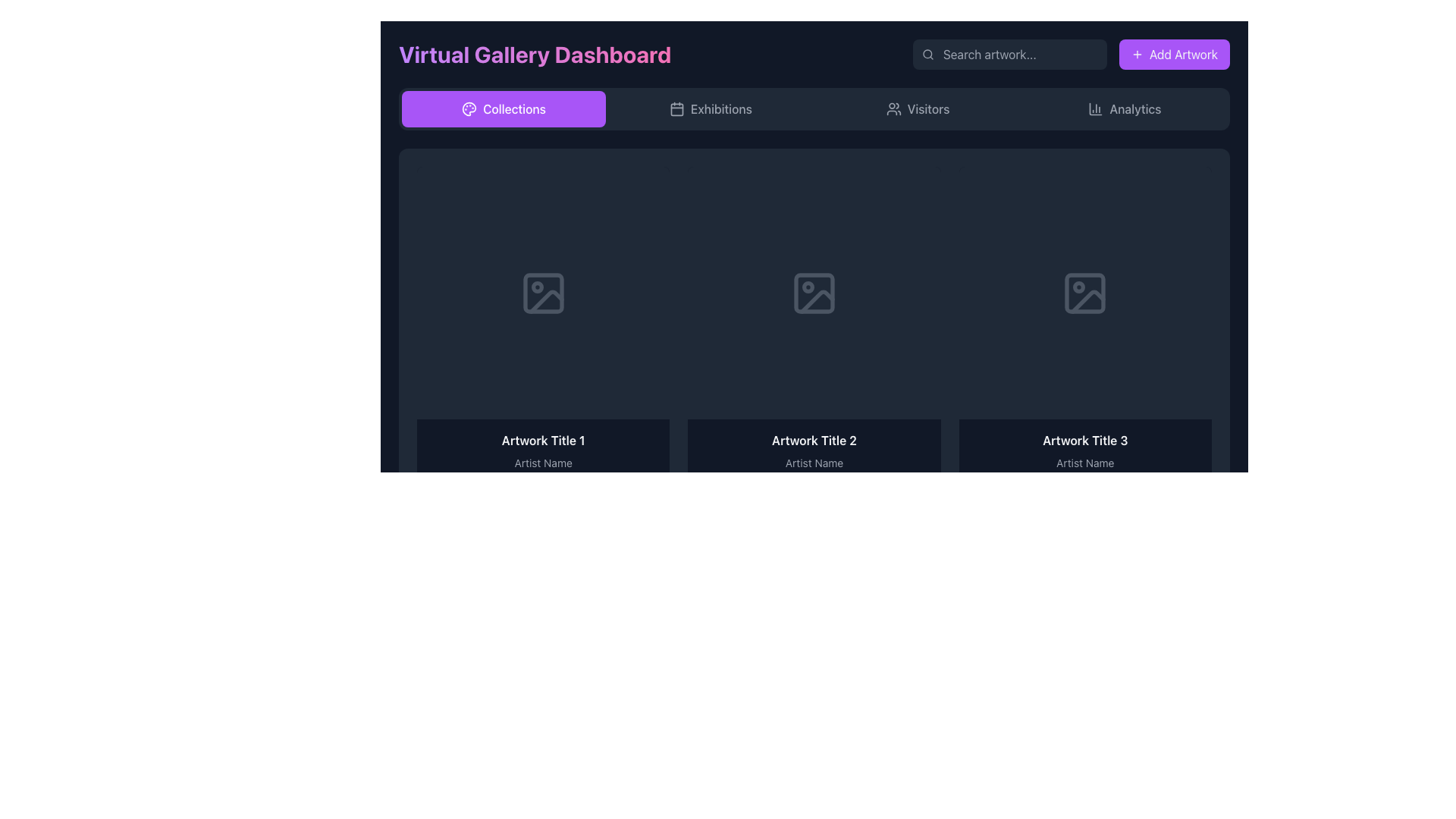 The width and height of the screenshot is (1456, 819). Describe the element at coordinates (1084, 293) in the screenshot. I see `the image placeholder for 'Artwork Title 3'` at that location.